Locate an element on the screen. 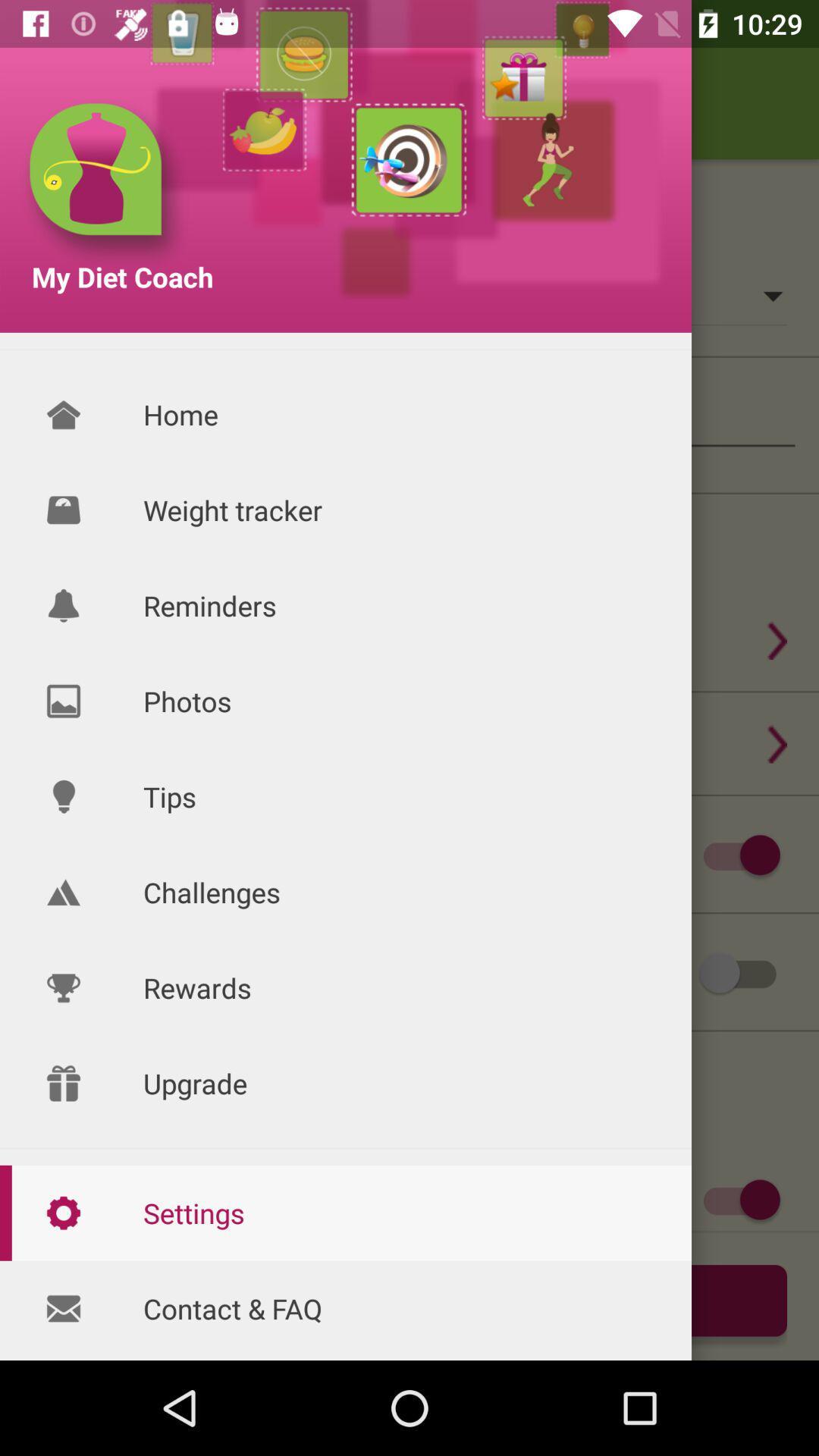 The width and height of the screenshot is (819, 1456). reminder icon is located at coordinates (63, 604).